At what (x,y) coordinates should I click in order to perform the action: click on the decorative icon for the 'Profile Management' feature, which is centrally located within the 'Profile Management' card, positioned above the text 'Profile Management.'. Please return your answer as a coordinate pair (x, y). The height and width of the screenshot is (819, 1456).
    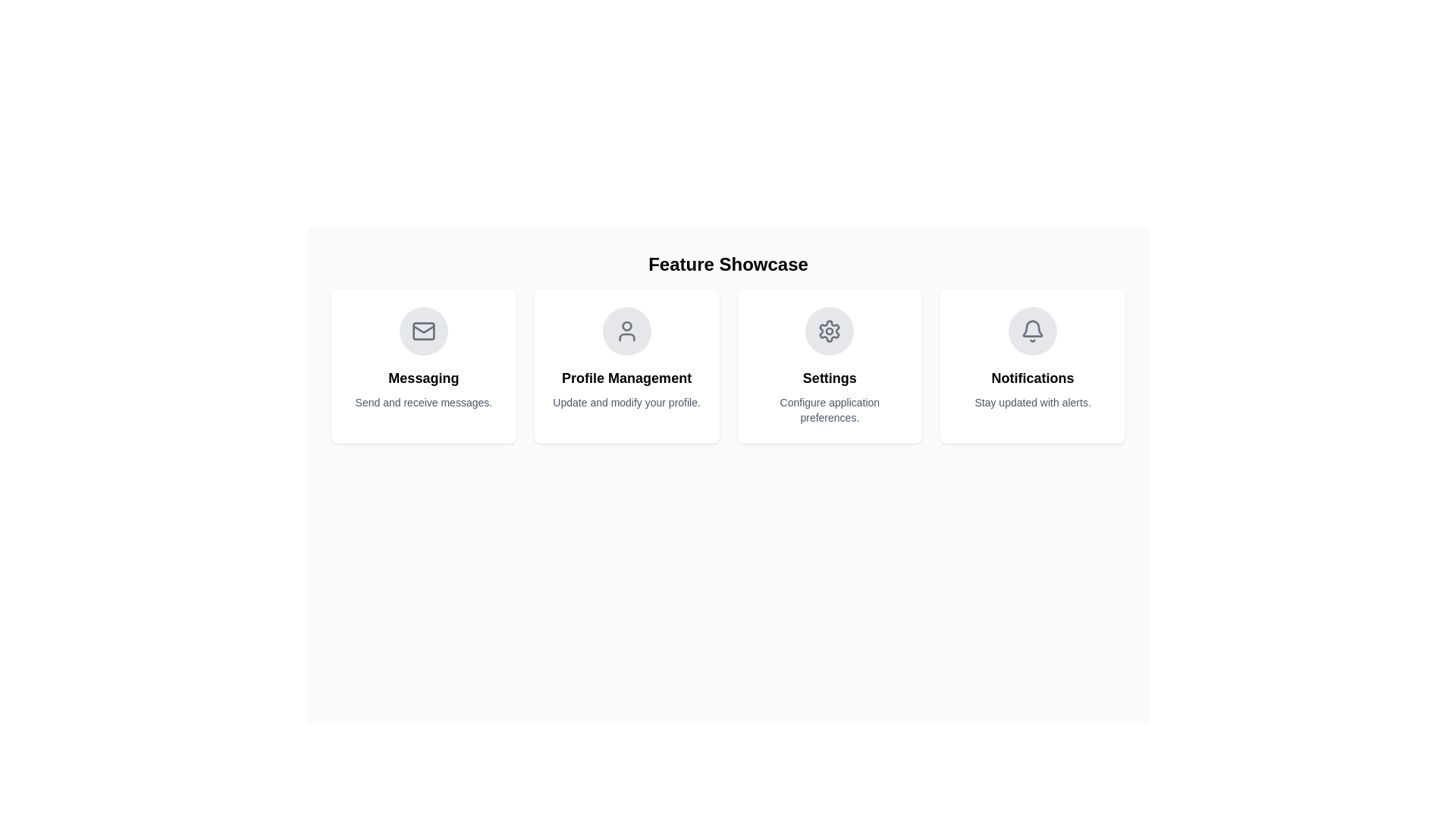
    Looking at the image, I should click on (626, 330).